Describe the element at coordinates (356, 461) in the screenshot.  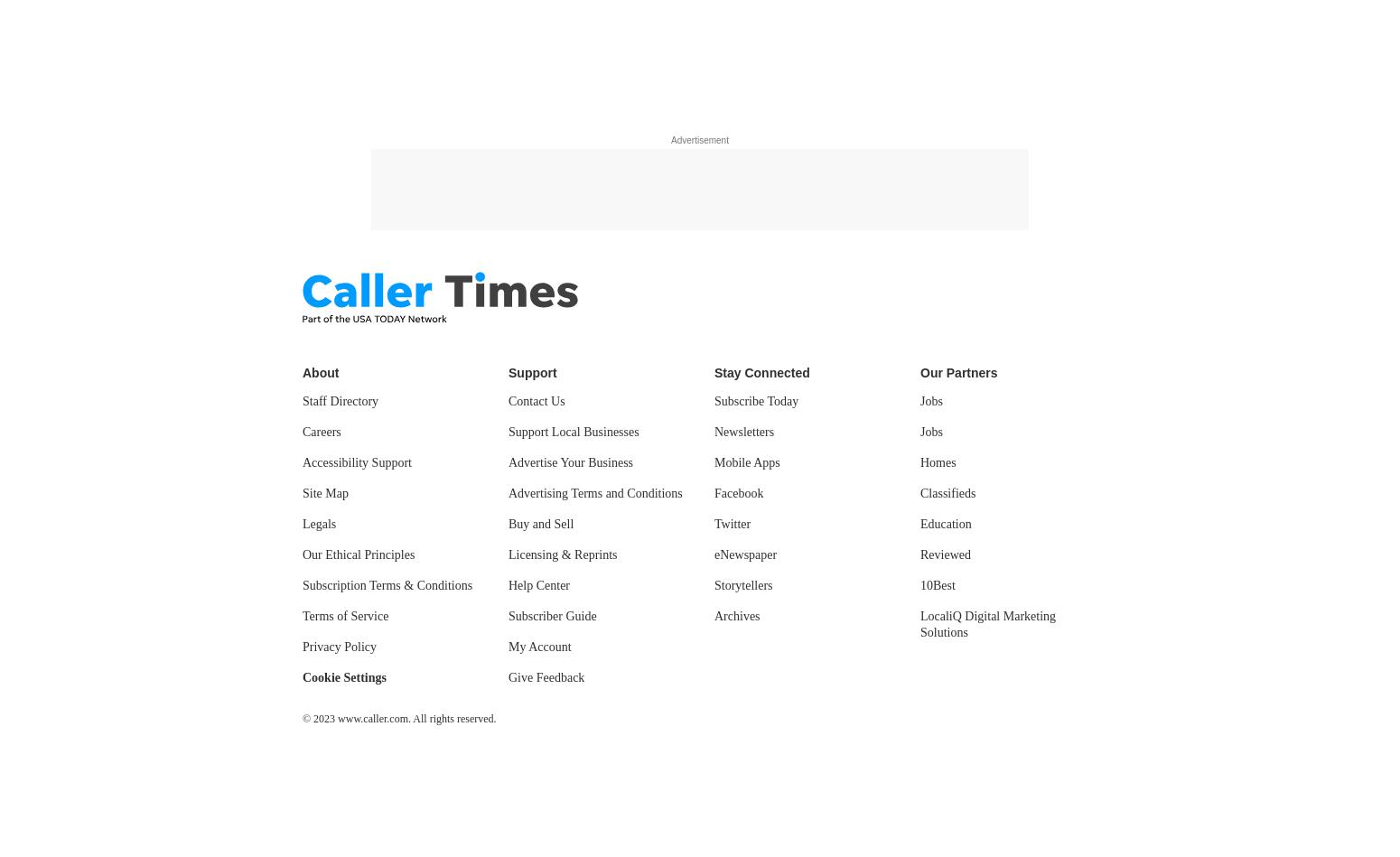
I see `'Accessibility Support'` at that location.